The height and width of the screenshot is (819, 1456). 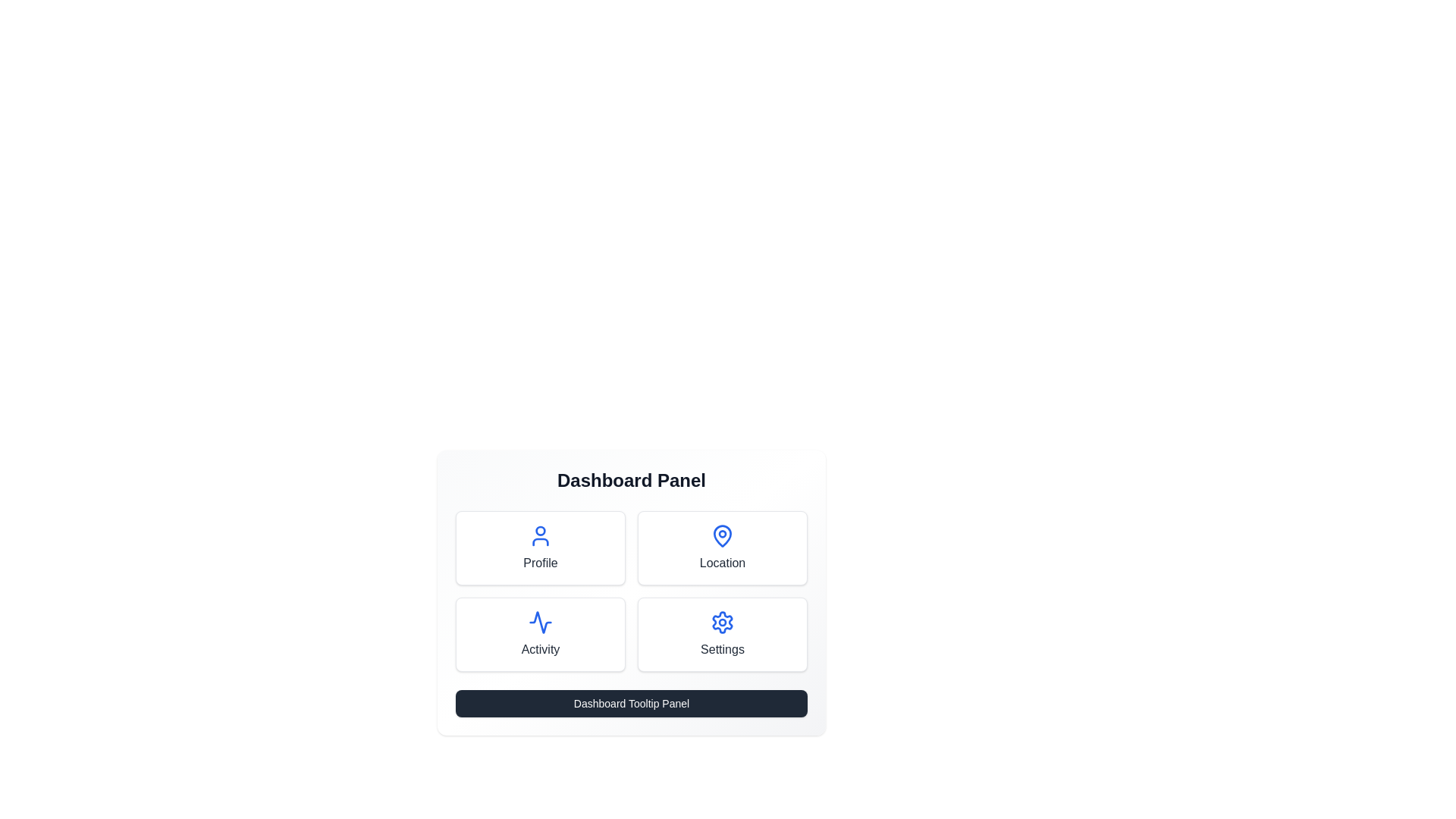 I want to click on the text label displaying 'Dashboard Panel', which is styled in bold font and positioned at the top center of the panel, so click(x=632, y=480).